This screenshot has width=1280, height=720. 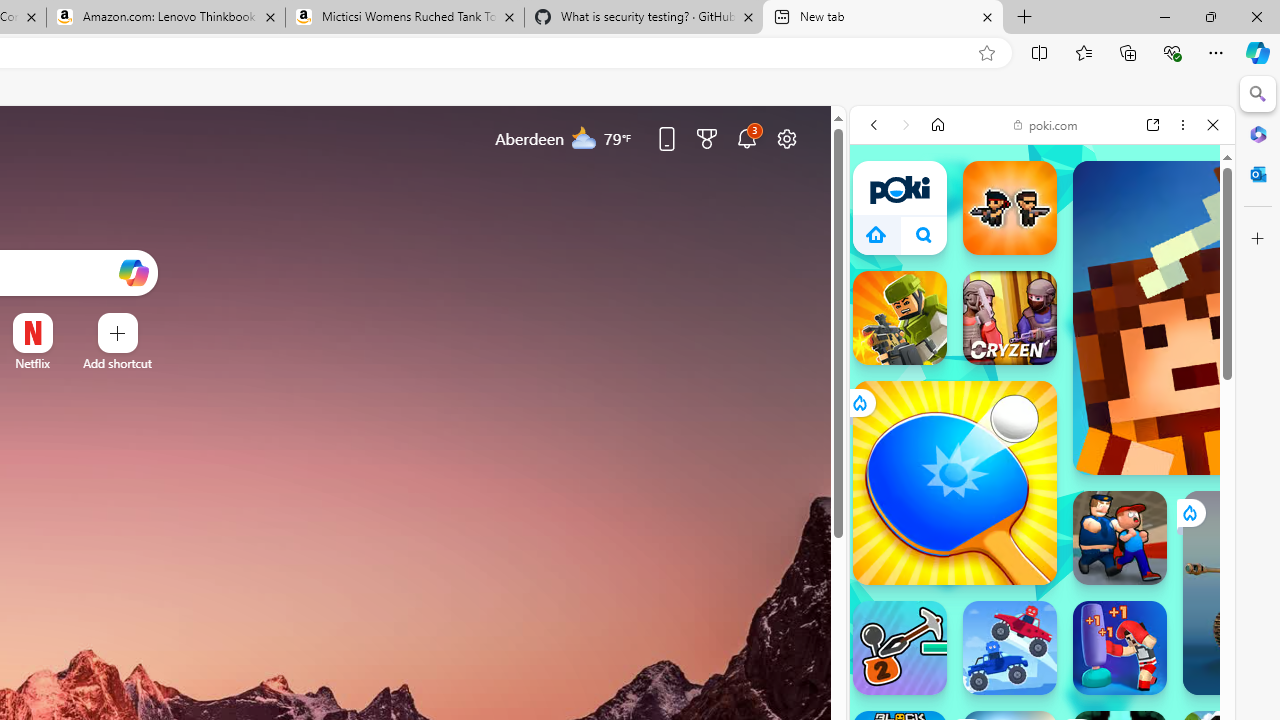 What do you see at coordinates (1120, 648) in the screenshot?
I see `'Punch Legend Simulator Punch Legend Simulator'` at bounding box center [1120, 648].